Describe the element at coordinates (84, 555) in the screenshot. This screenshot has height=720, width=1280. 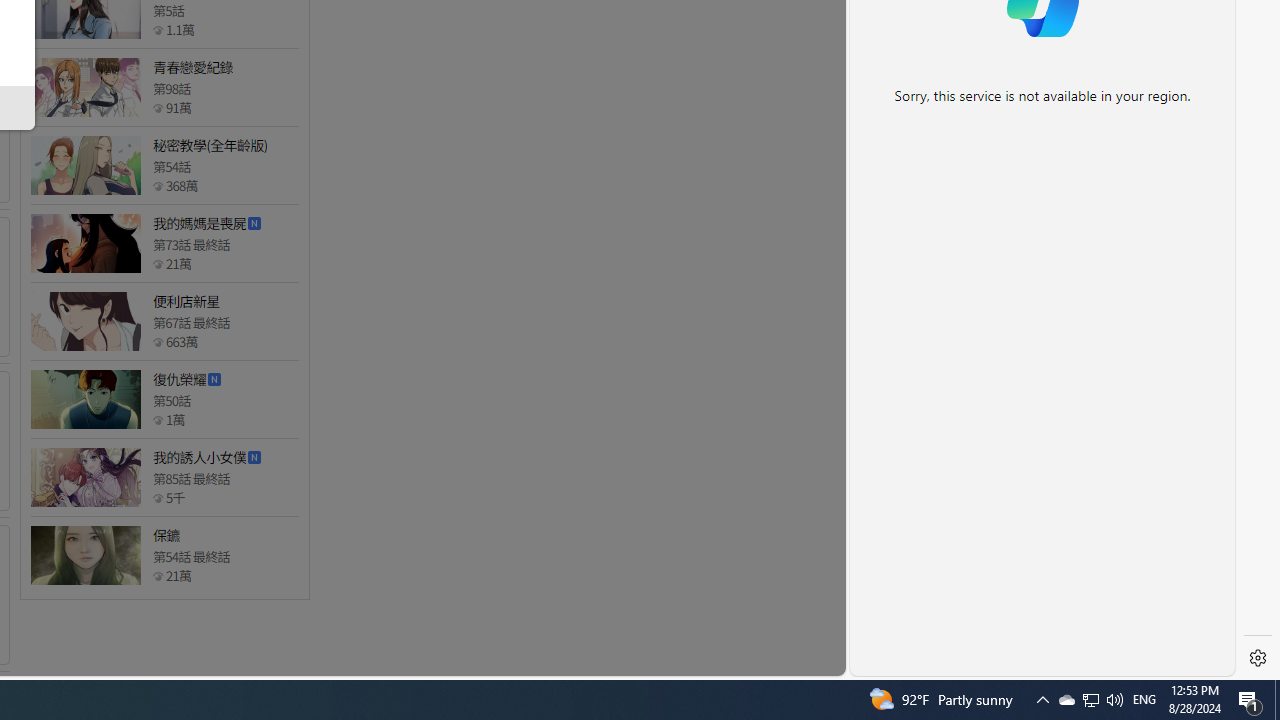
I see `'Class: thumb_img'` at that location.